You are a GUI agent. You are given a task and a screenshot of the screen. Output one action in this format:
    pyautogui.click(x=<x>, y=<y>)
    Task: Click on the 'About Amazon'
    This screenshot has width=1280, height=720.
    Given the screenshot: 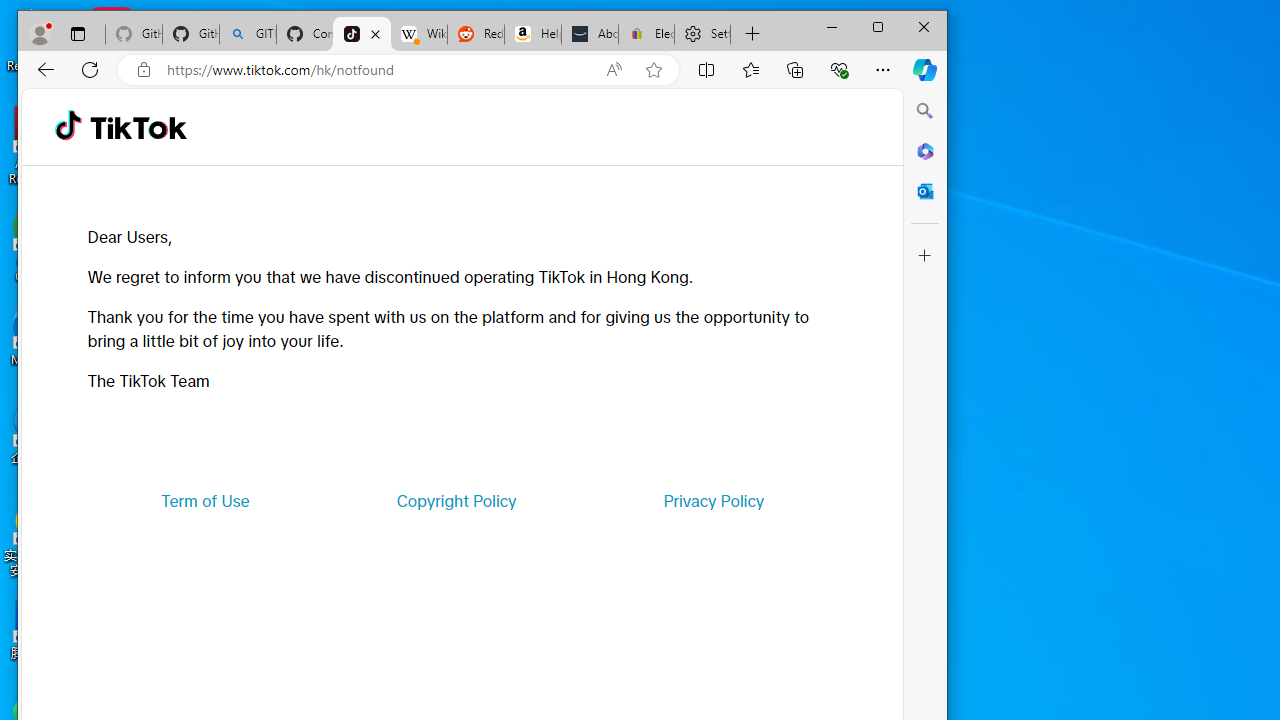 What is the action you would take?
    pyautogui.click(x=589, y=34)
    